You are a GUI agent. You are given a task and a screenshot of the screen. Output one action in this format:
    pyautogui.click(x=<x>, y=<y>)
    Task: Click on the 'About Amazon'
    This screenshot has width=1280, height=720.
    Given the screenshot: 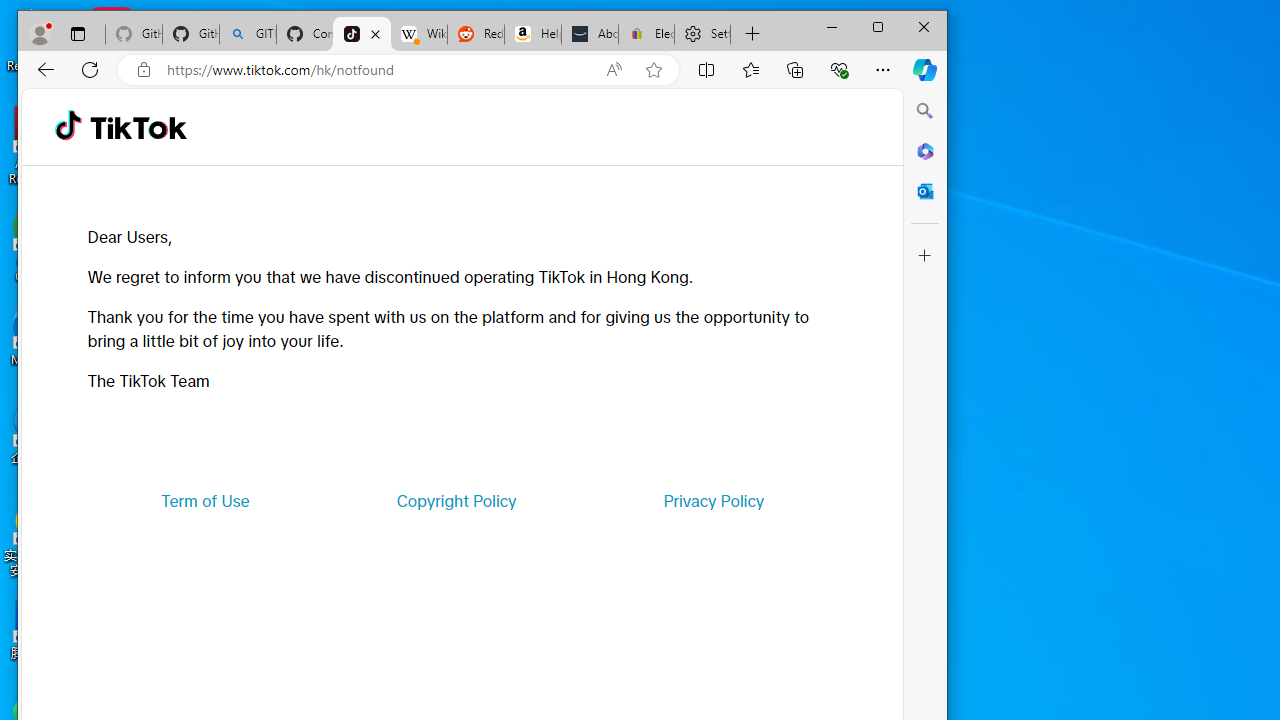 What is the action you would take?
    pyautogui.click(x=589, y=34)
    